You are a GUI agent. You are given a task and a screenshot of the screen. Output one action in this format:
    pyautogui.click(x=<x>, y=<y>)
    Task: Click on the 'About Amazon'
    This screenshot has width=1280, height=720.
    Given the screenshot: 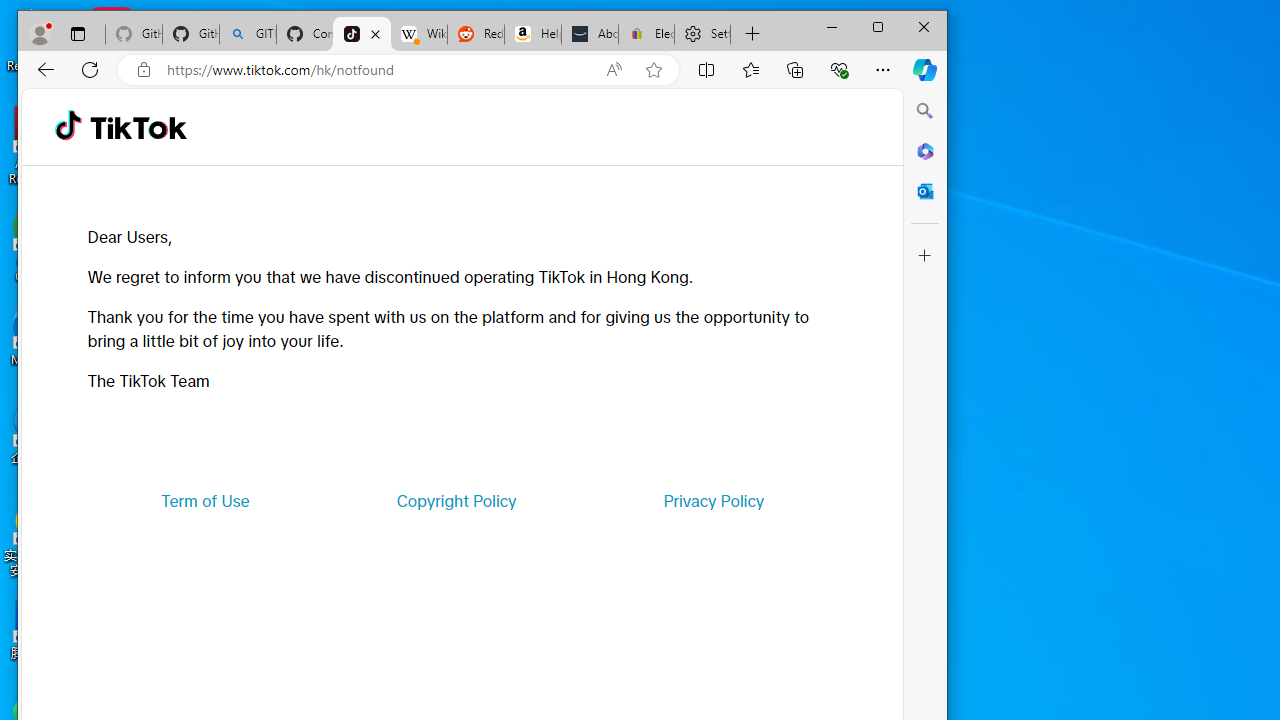 What is the action you would take?
    pyautogui.click(x=589, y=34)
    